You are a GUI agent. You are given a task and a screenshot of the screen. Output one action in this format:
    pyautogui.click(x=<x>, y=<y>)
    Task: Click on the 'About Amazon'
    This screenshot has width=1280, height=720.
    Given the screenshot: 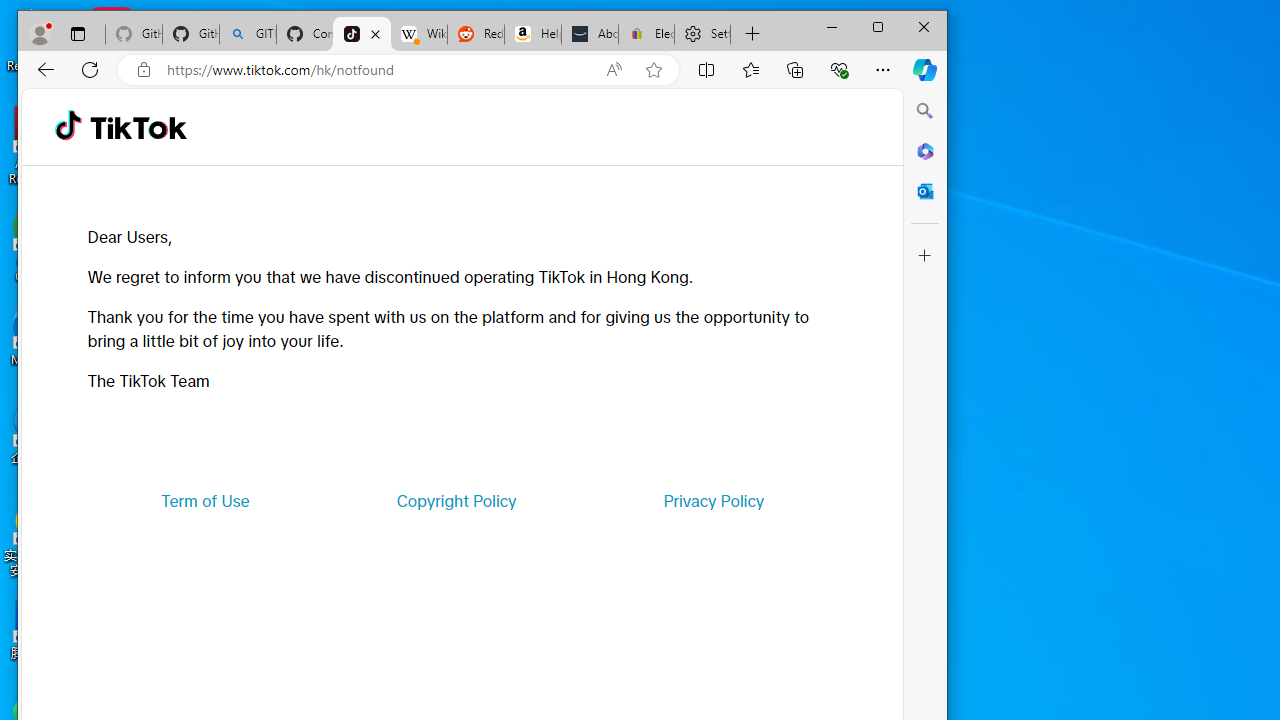 What is the action you would take?
    pyautogui.click(x=589, y=34)
    